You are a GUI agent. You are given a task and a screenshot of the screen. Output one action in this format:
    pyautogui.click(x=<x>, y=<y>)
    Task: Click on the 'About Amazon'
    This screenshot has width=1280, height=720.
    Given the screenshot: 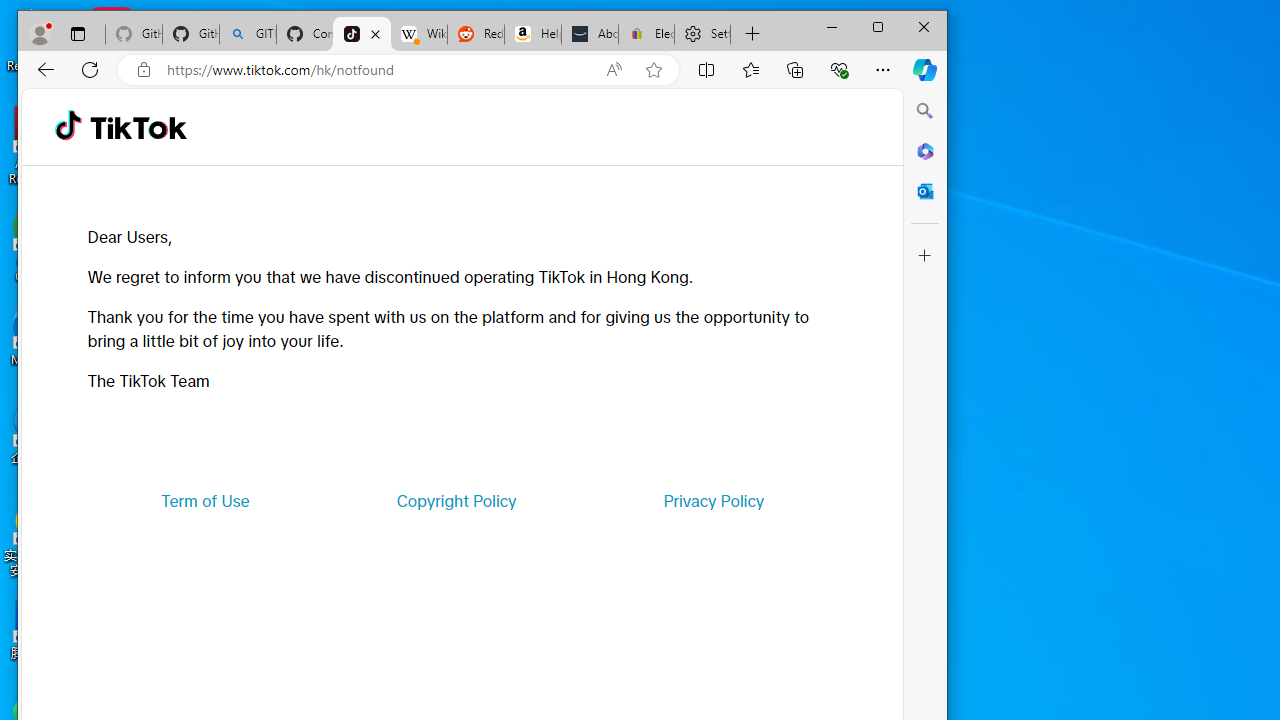 What is the action you would take?
    pyautogui.click(x=589, y=34)
    